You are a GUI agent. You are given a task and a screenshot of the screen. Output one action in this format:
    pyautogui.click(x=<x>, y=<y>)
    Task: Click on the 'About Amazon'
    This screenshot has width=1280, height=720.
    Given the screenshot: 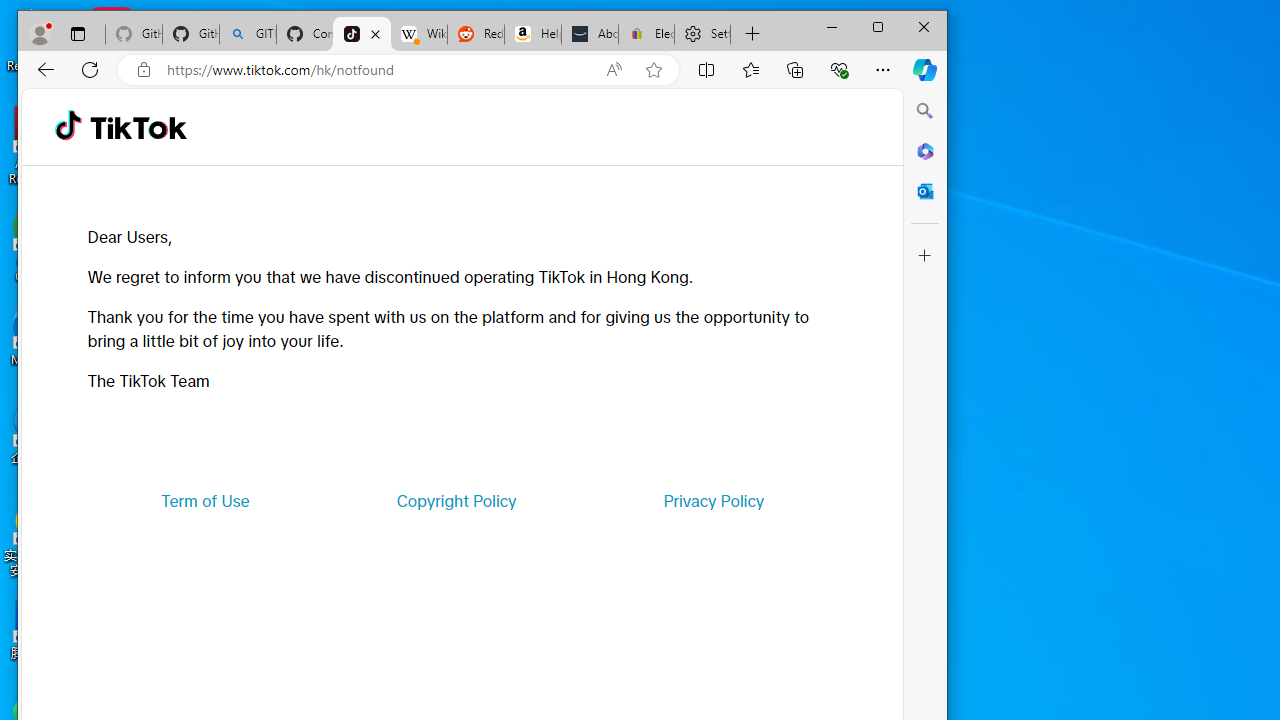 What is the action you would take?
    pyautogui.click(x=589, y=34)
    